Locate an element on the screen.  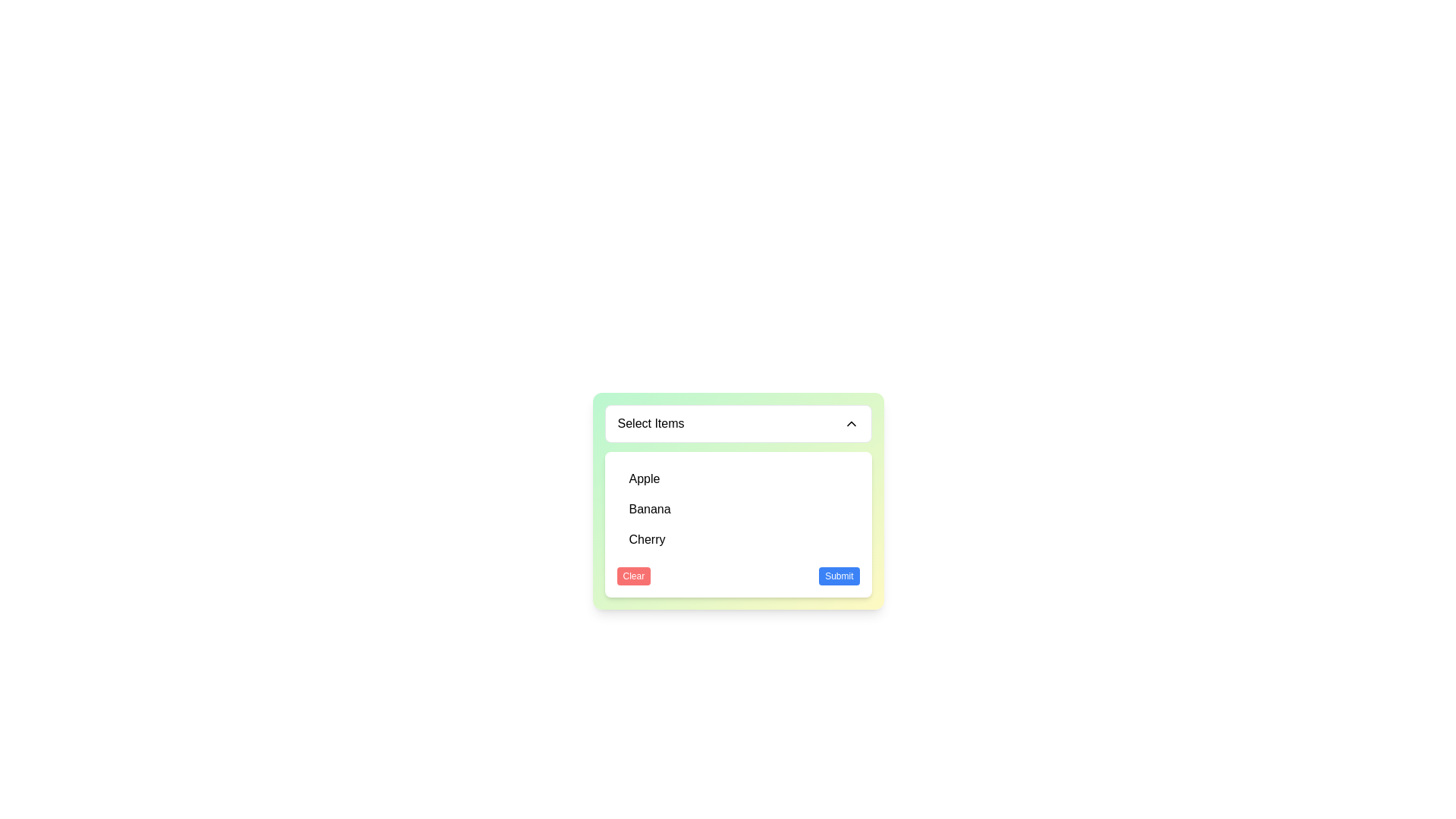
the third item labeled 'Cherry' in the vertical list under the 'Select Items' dropdown is located at coordinates (738, 539).